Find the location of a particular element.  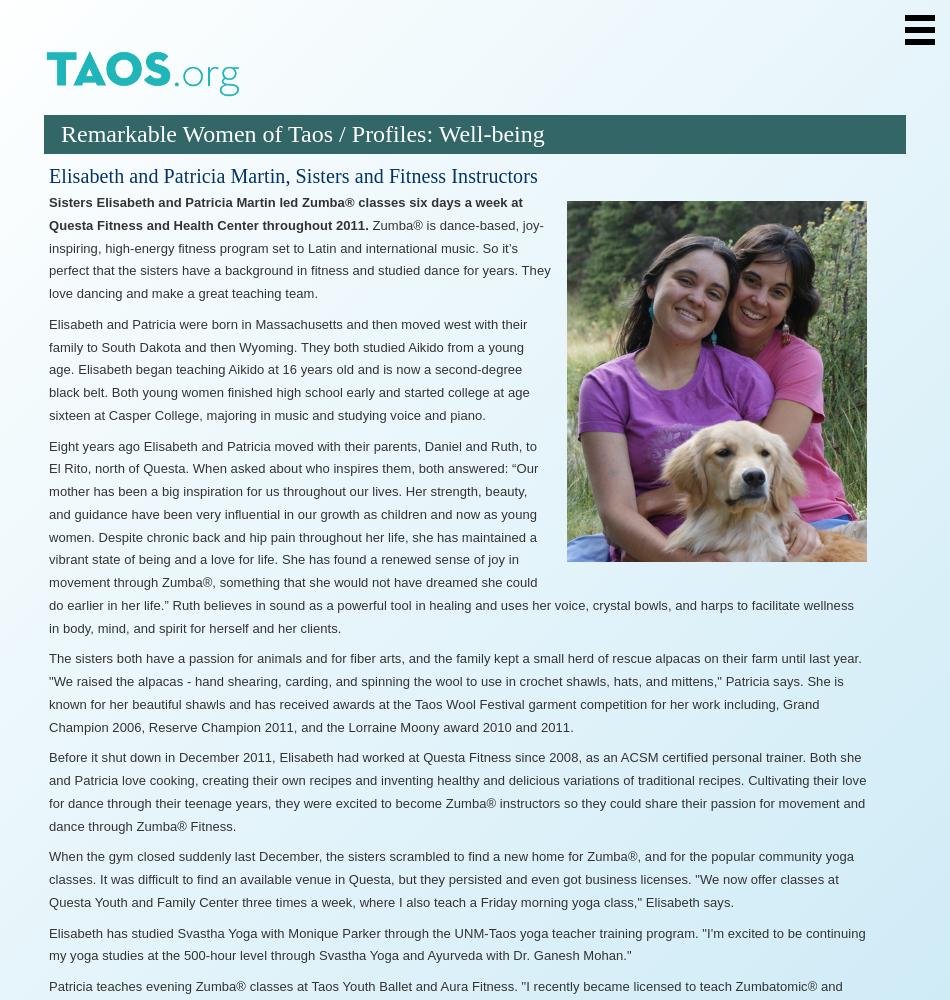

'About' is located at coordinates (118, 136).